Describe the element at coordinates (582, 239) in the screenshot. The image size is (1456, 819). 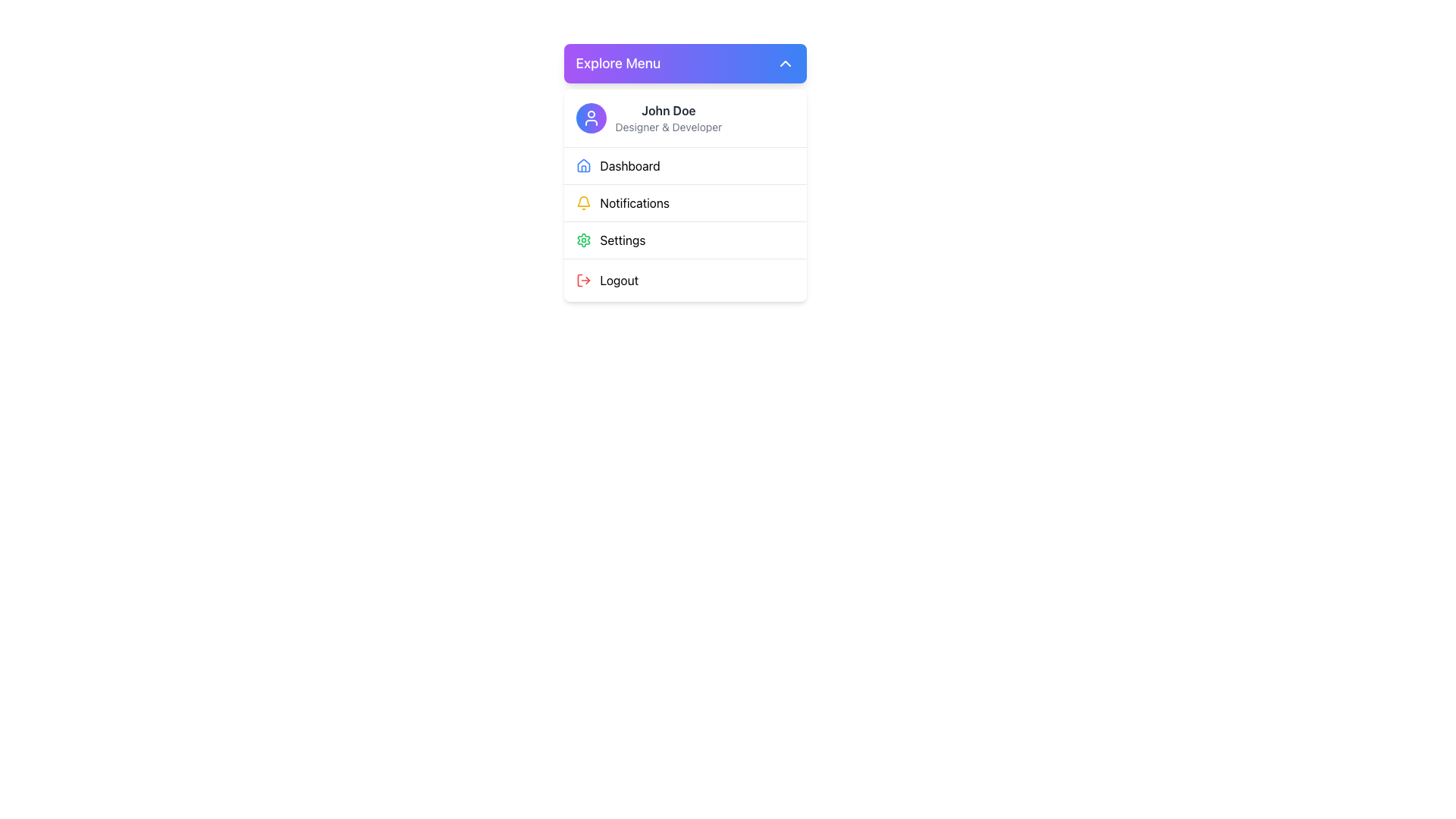
I see `the cogwheel-shaped icon located within the 'Settings' menu, which features a circular form with green highlights and is positioned to the left of the 'Settings' text label` at that location.